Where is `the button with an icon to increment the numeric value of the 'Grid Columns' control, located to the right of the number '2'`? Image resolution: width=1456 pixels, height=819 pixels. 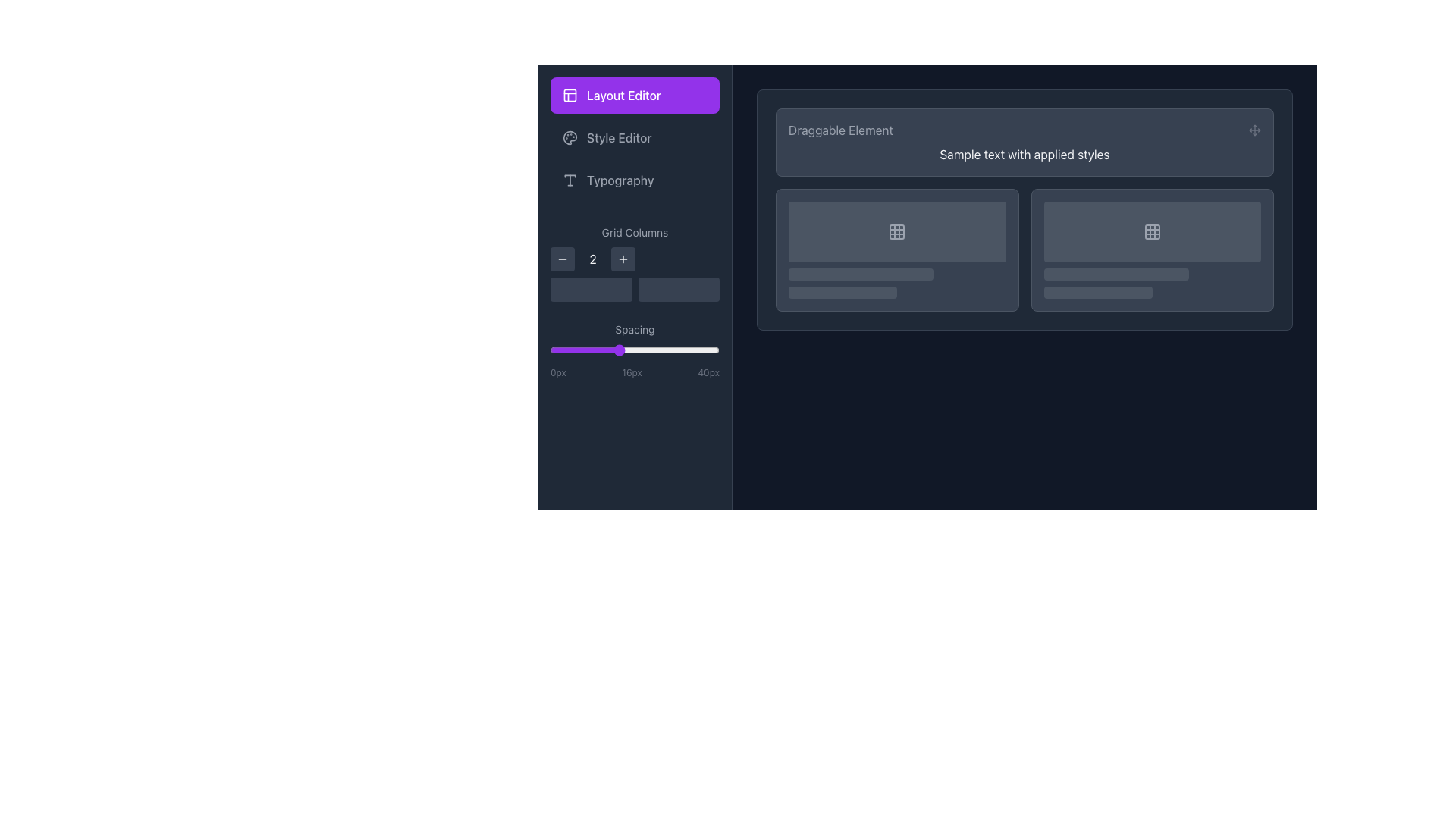 the button with an icon to increment the numeric value of the 'Grid Columns' control, located to the right of the number '2' is located at coordinates (623, 259).